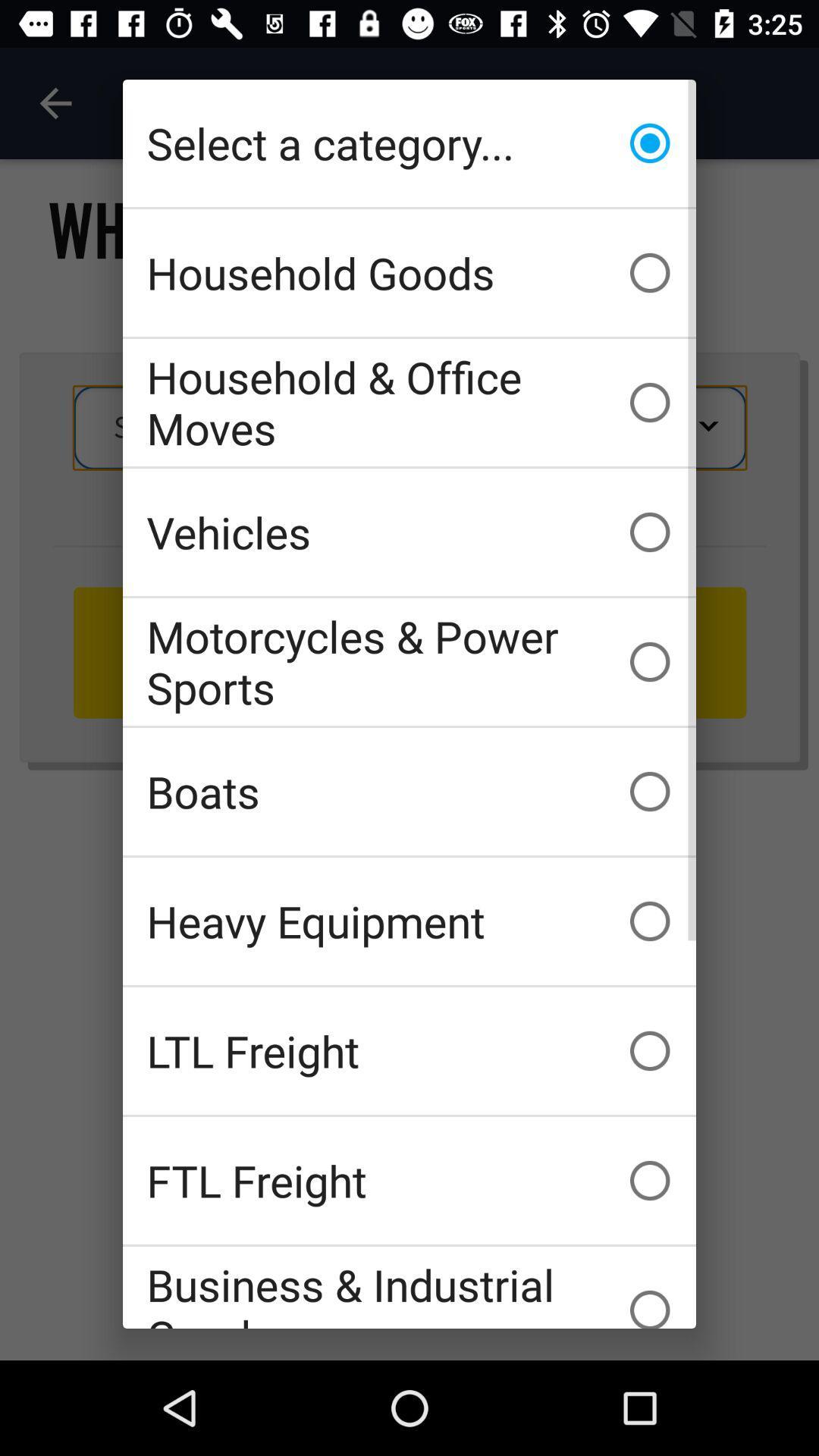  Describe the element at coordinates (409, 790) in the screenshot. I see `boats` at that location.